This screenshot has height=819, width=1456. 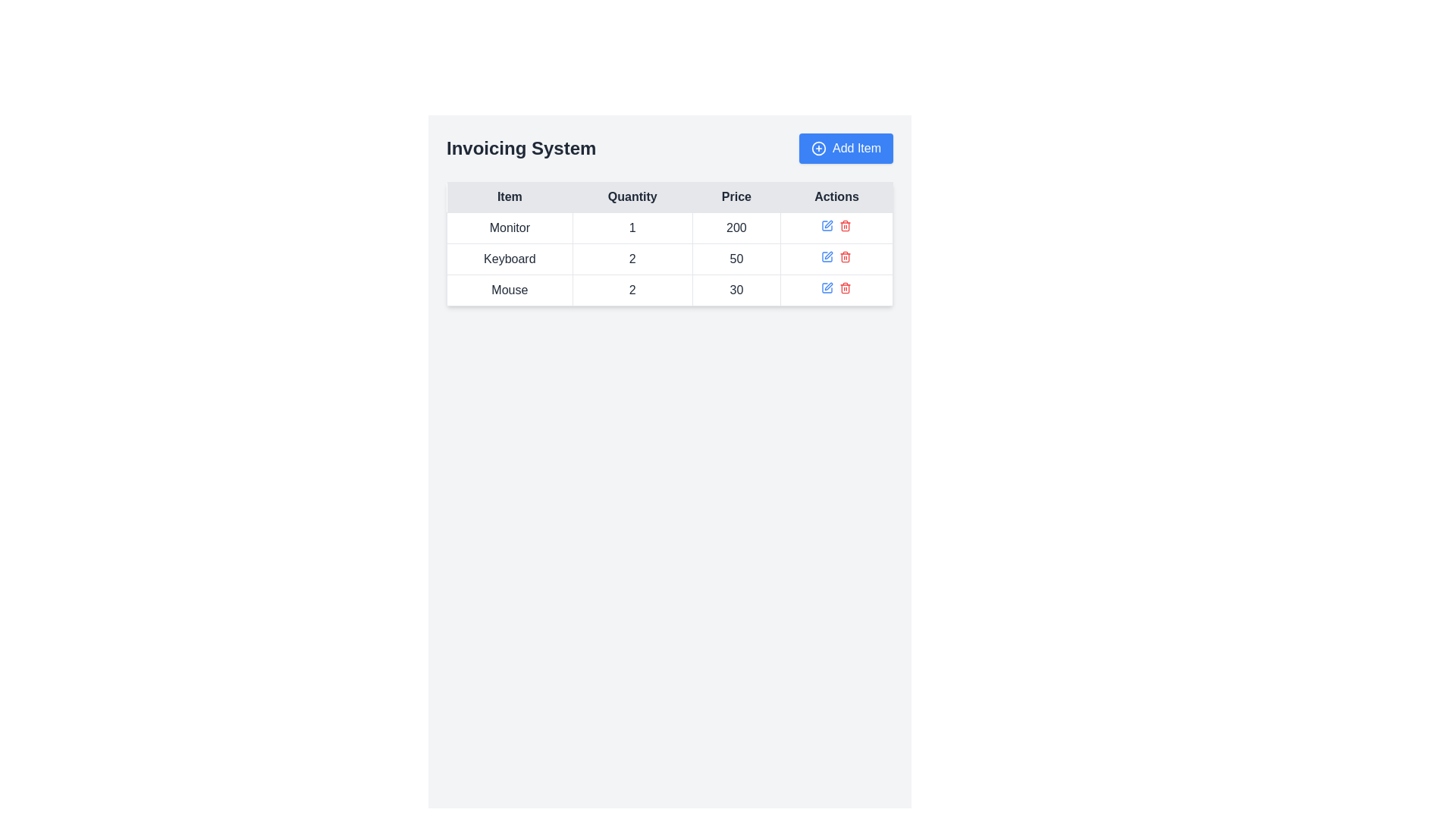 I want to click on the Table Cell containing the text 'Monitor' in the 'Item' column of the Invoicing System to potentially reveal additional information, so click(x=510, y=227).